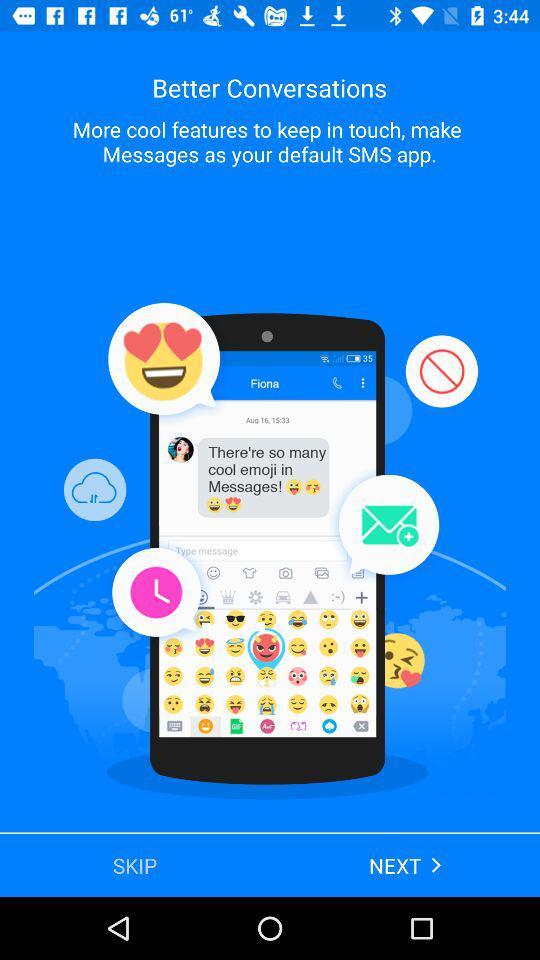 This screenshot has height=960, width=540. I want to click on the skip app, so click(135, 864).